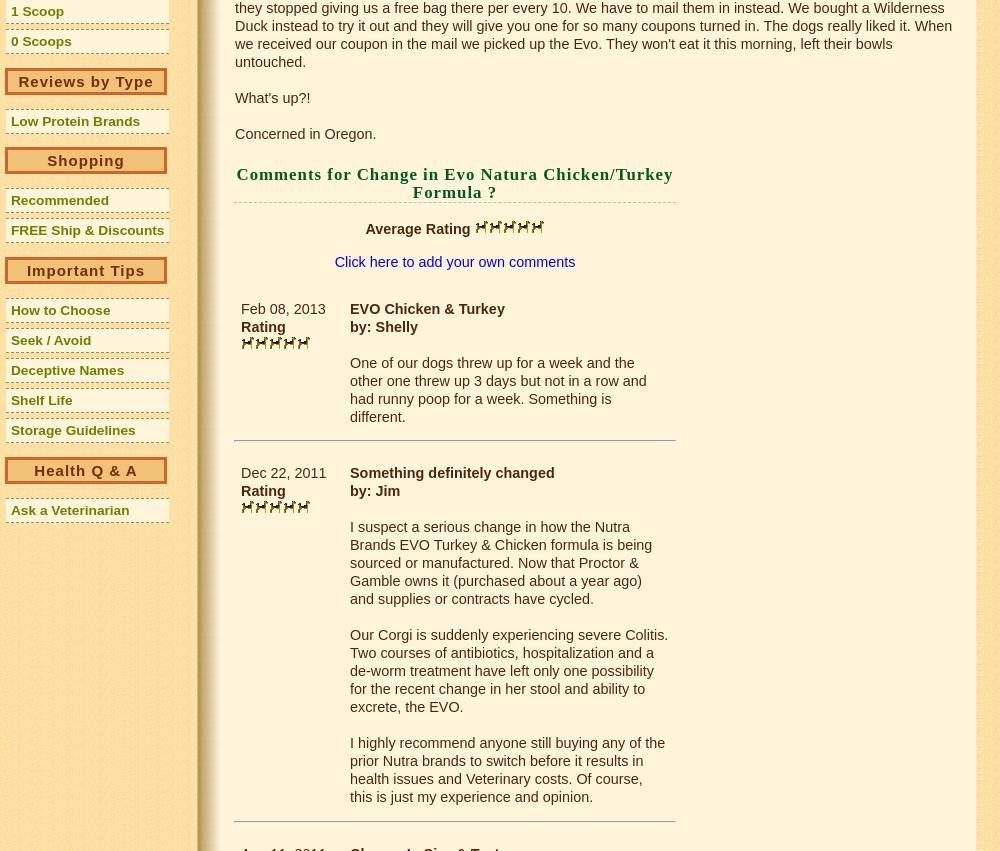 The height and width of the screenshot is (851, 1000). What do you see at coordinates (383, 326) in the screenshot?
I see `'by: Shelly'` at bounding box center [383, 326].